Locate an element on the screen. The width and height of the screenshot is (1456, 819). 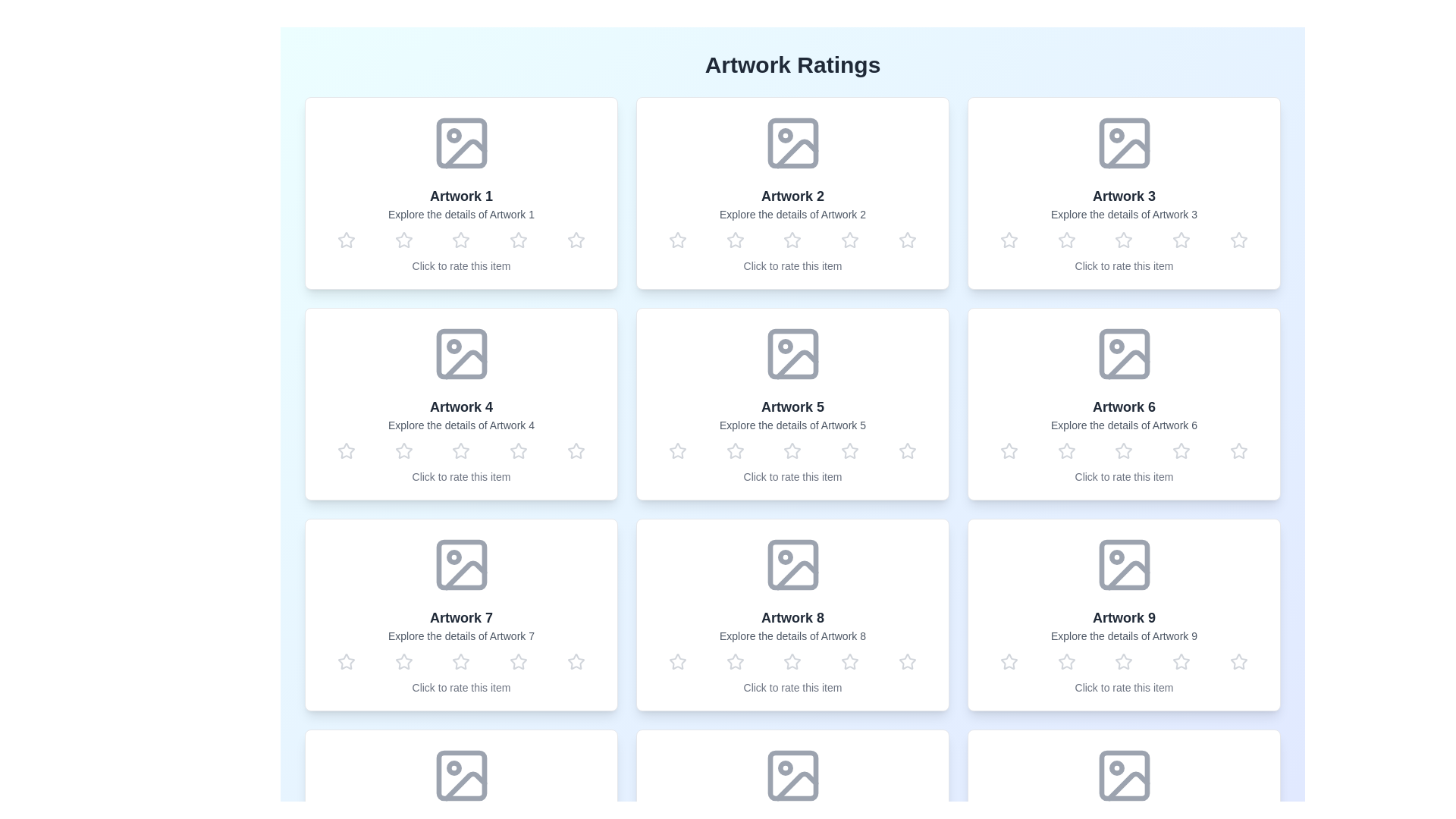
the rating of an artwork to 3 stars by clicking on the corresponding star in the artwork's card is located at coordinates (460, 239).